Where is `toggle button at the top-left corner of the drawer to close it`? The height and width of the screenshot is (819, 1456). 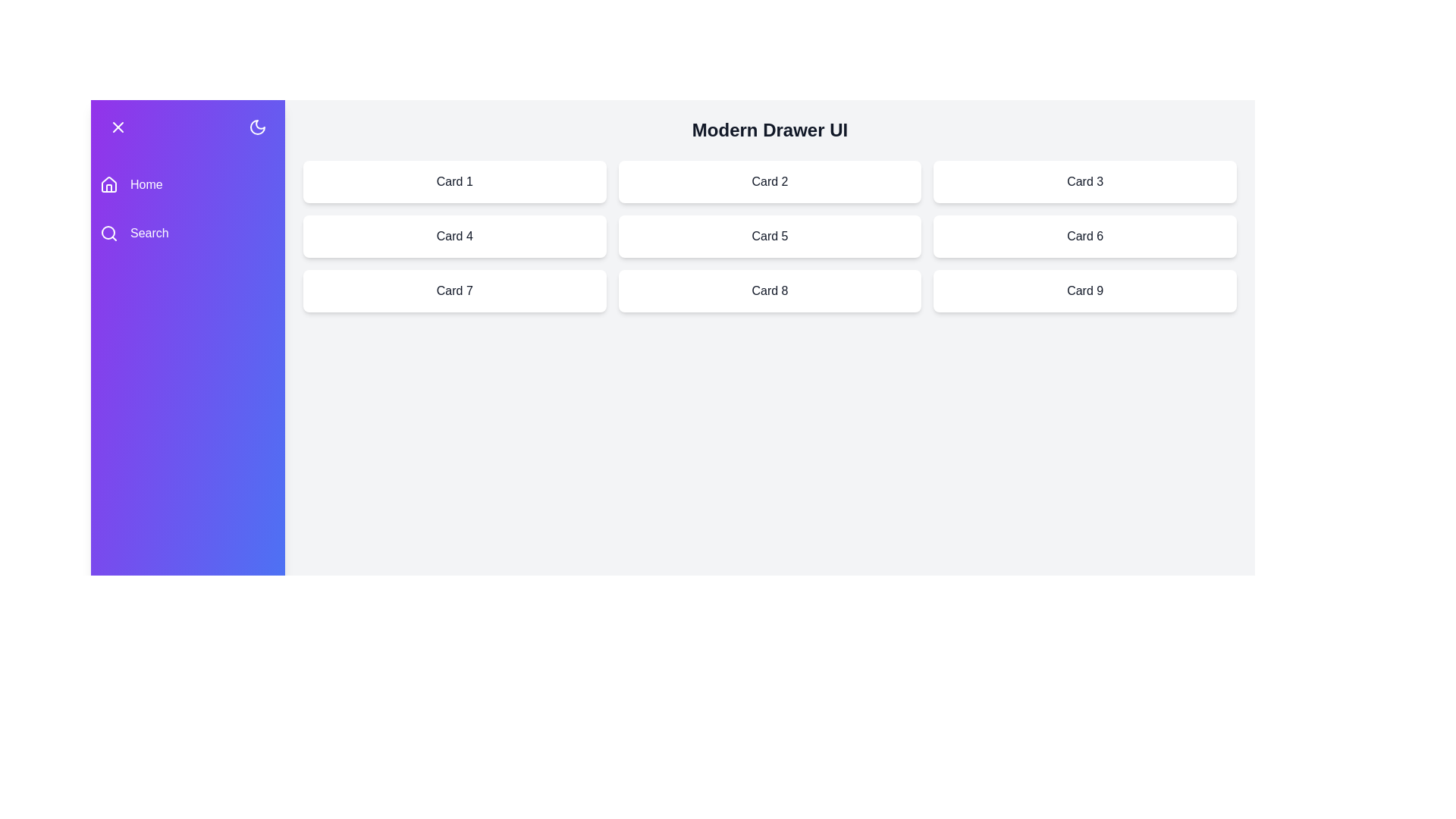 toggle button at the top-left corner of the drawer to close it is located at coordinates (118, 127).